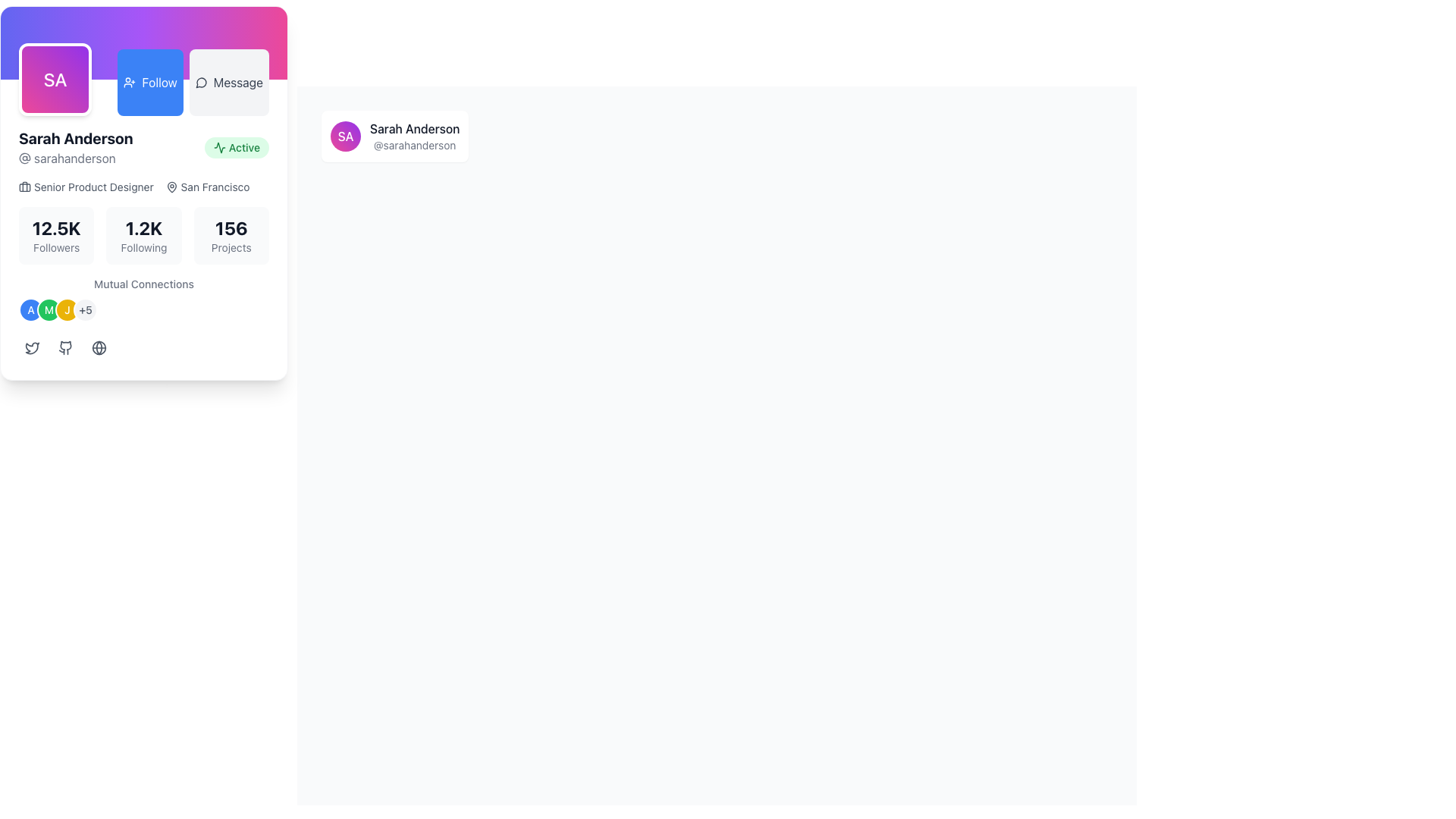 Image resolution: width=1456 pixels, height=819 pixels. What do you see at coordinates (144, 227) in the screenshot?
I see `the text displaying the number of accounts the user is following, located centrally in the profile section of the profile card` at bounding box center [144, 227].